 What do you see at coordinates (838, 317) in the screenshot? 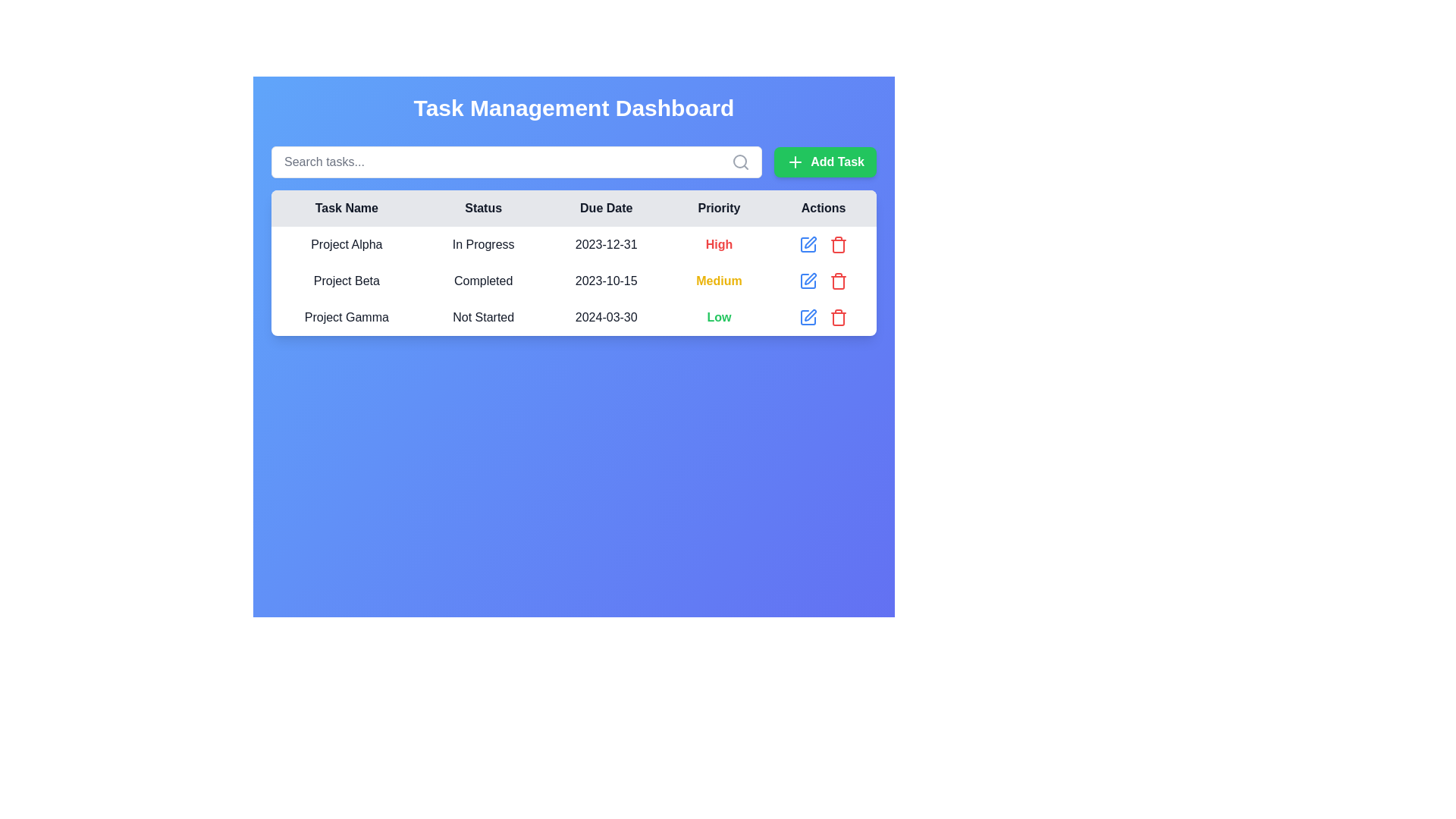
I see `the red trash bin icon button, which symbolizes a delete action, located in the action column of the task management dashboard for 'Project Gamma'` at bounding box center [838, 317].